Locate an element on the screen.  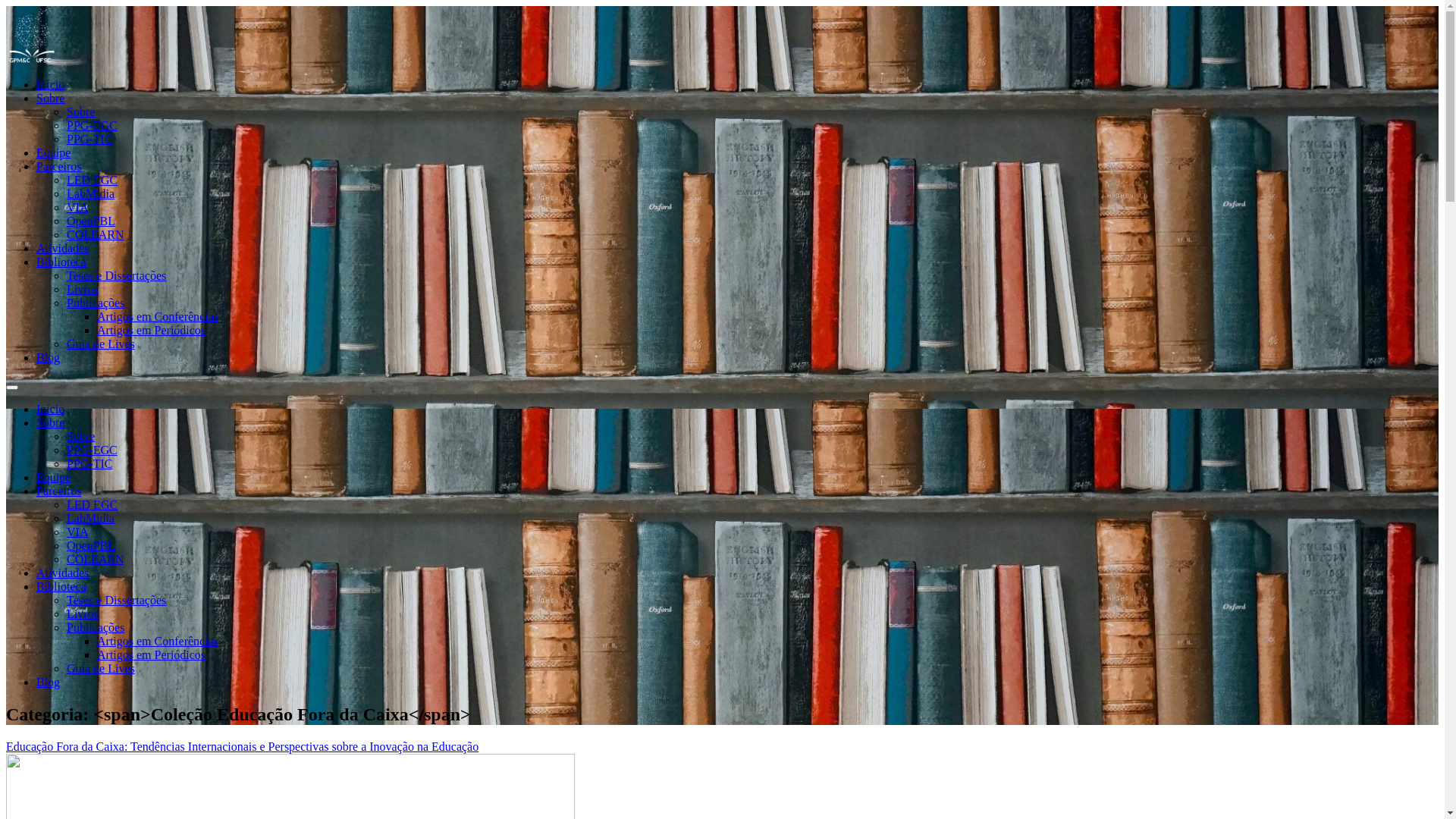
'VIA' is located at coordinates (65, 207).